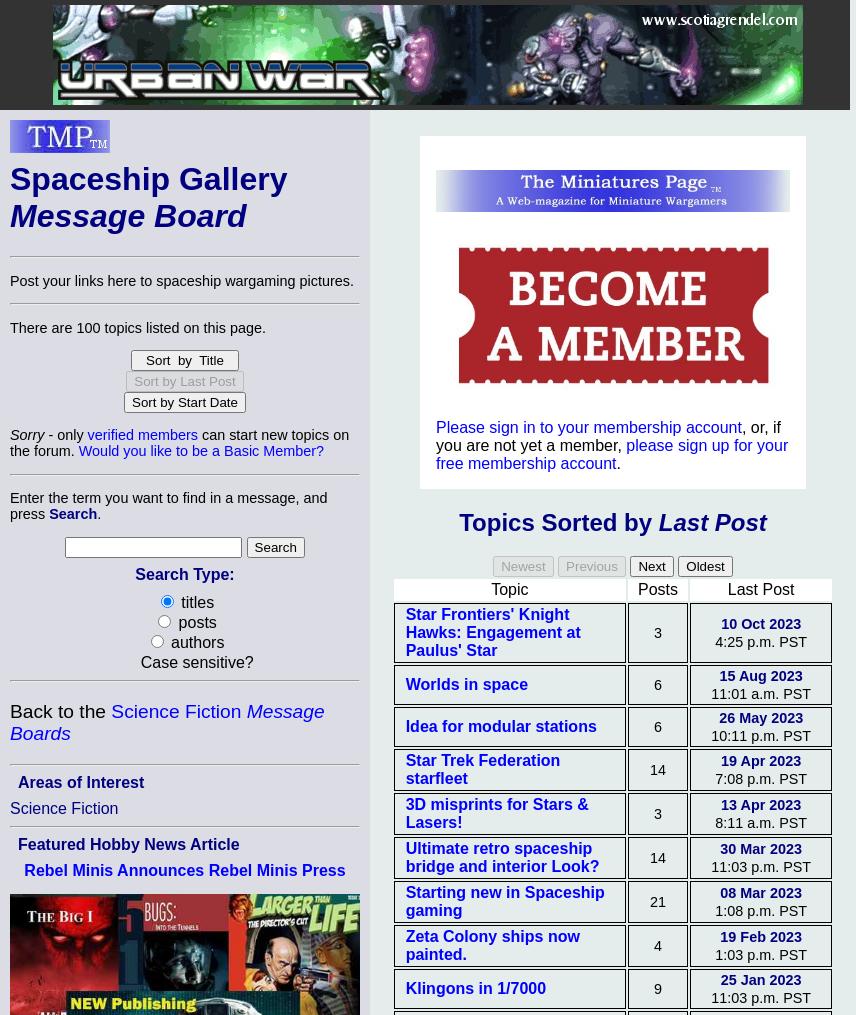  What do you see at coordinates (653, 945) in the screenshot?
I see `'4'` at bounding box center [653, 945].